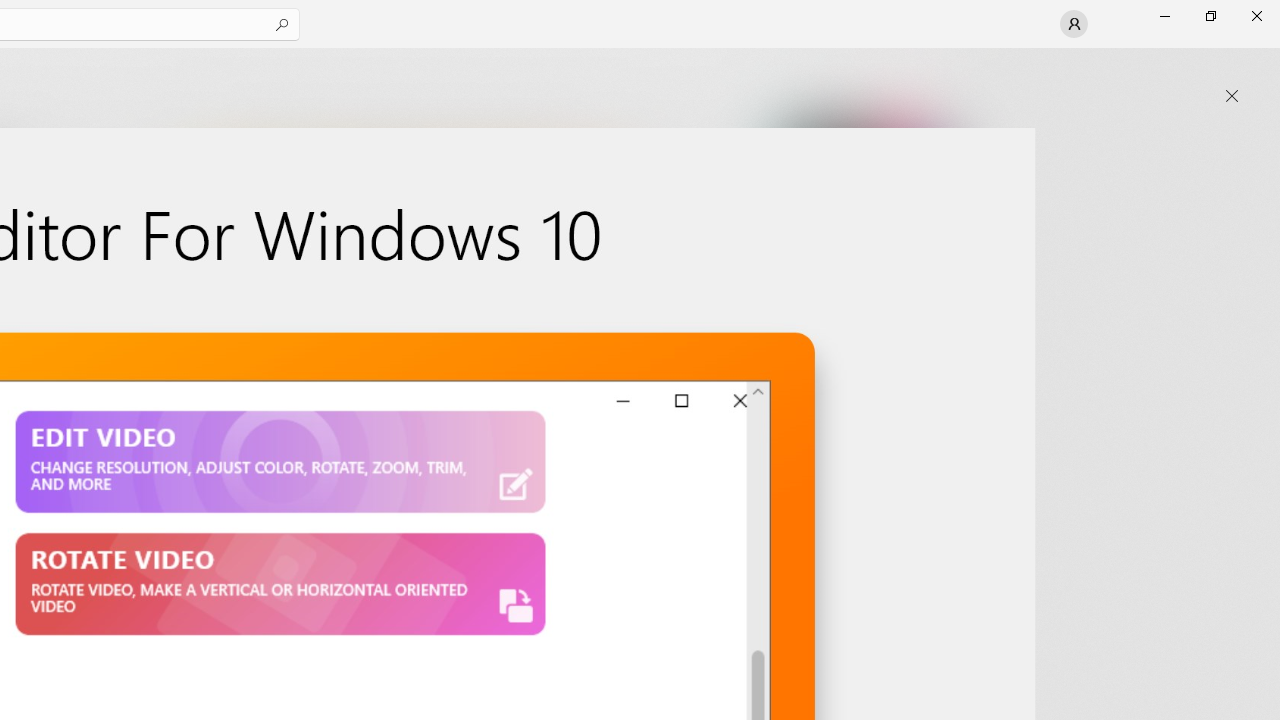 The width and height of the screenshot is (1280, 720). I want to click on 'User profile', so click(1072, 24).